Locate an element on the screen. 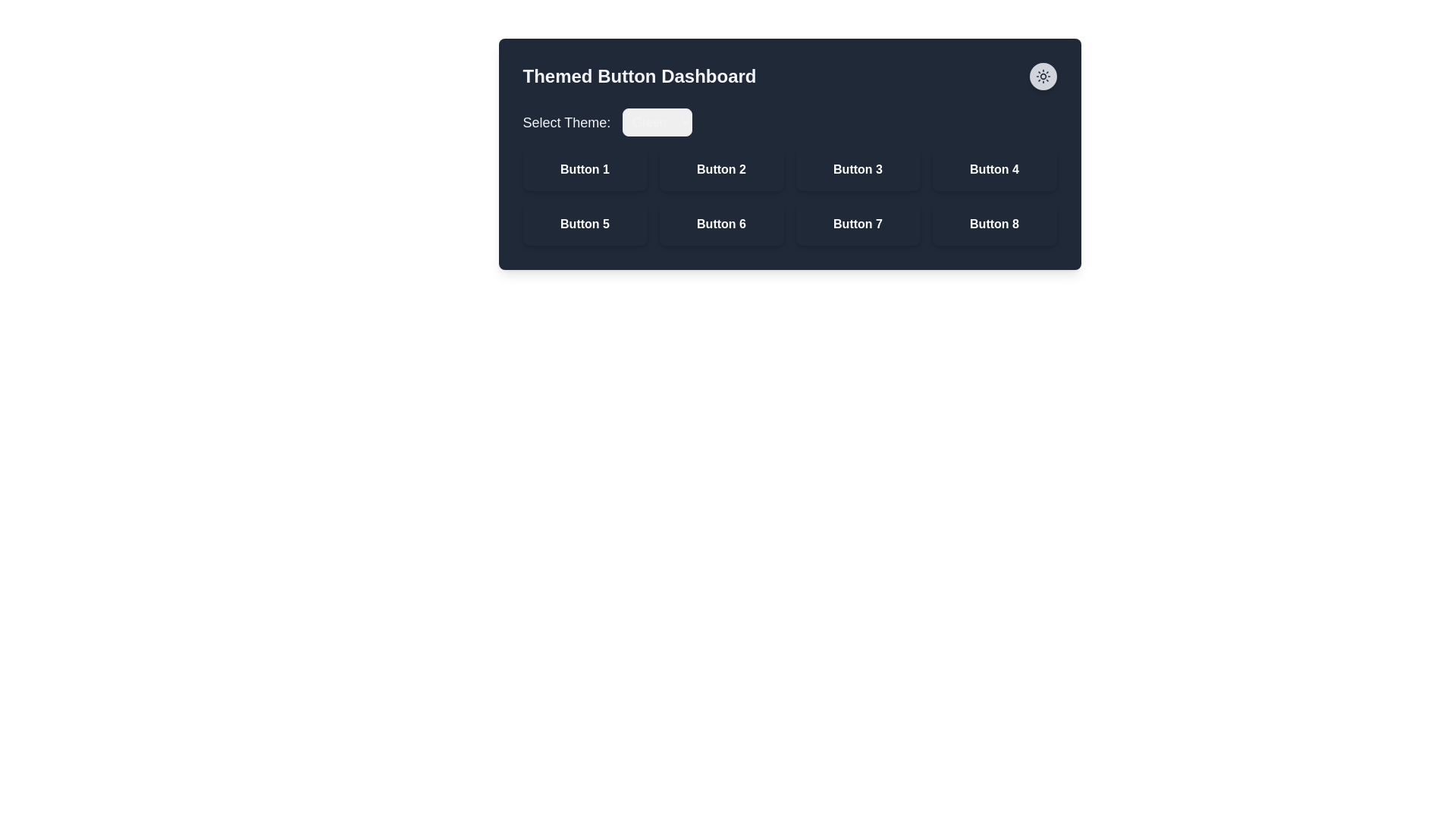 This screenshot has width=1456, height=819. the rounded rectangular button labeled 'Button 3' which has a green background and bold white text is located at coordinates (858, 169).